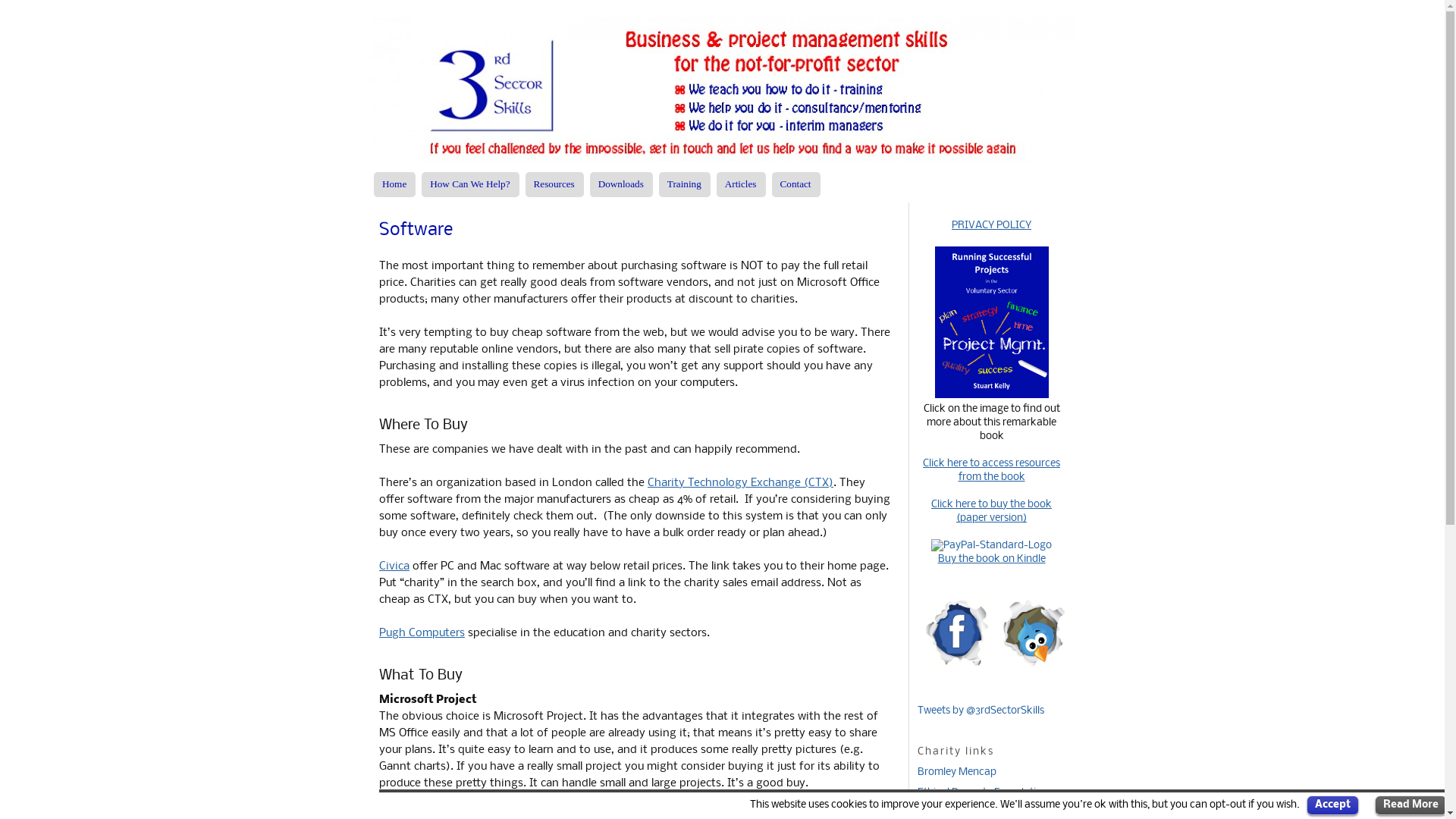 The image size is (1456, 819). I want to click on 'Ethical Property Foundation', so click(983, 792).